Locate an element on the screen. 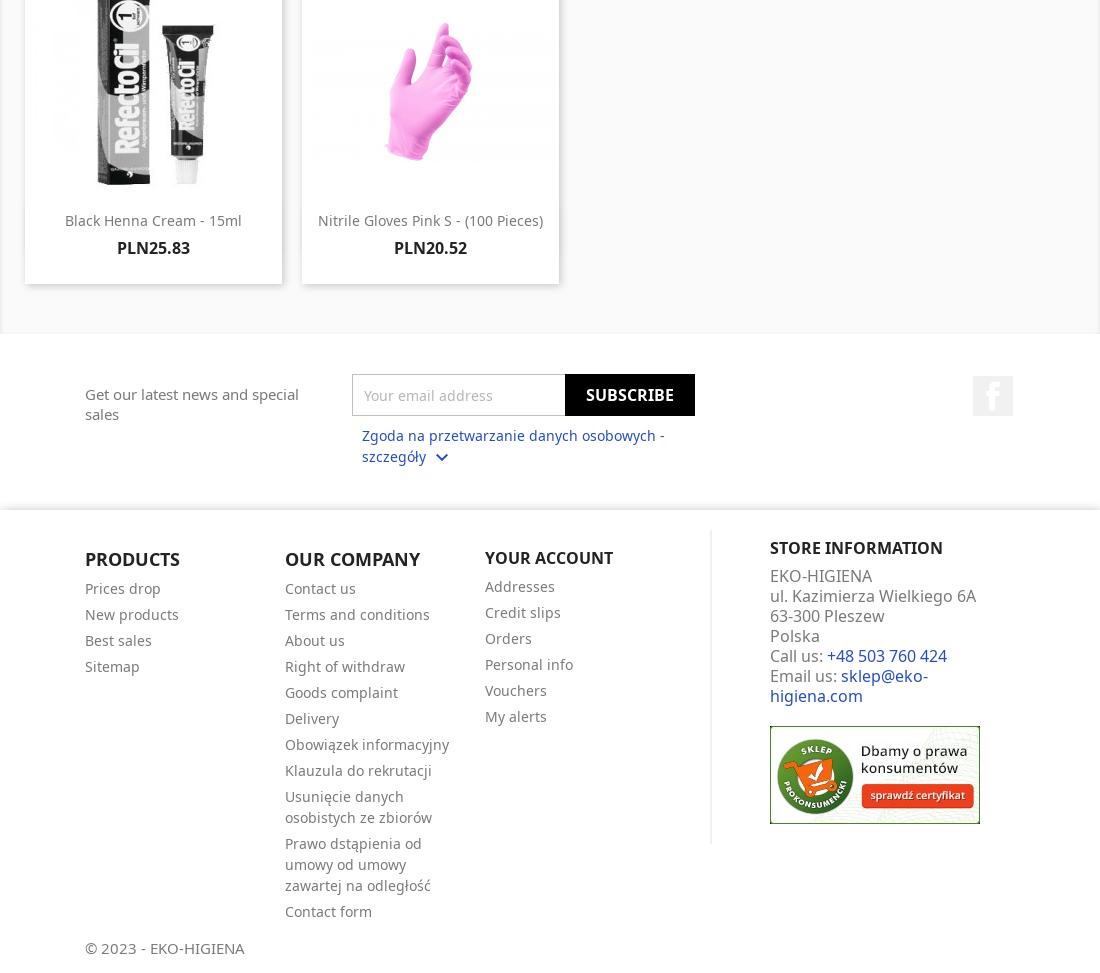  'Terms and conditions' is located at coordinates (284, 613).